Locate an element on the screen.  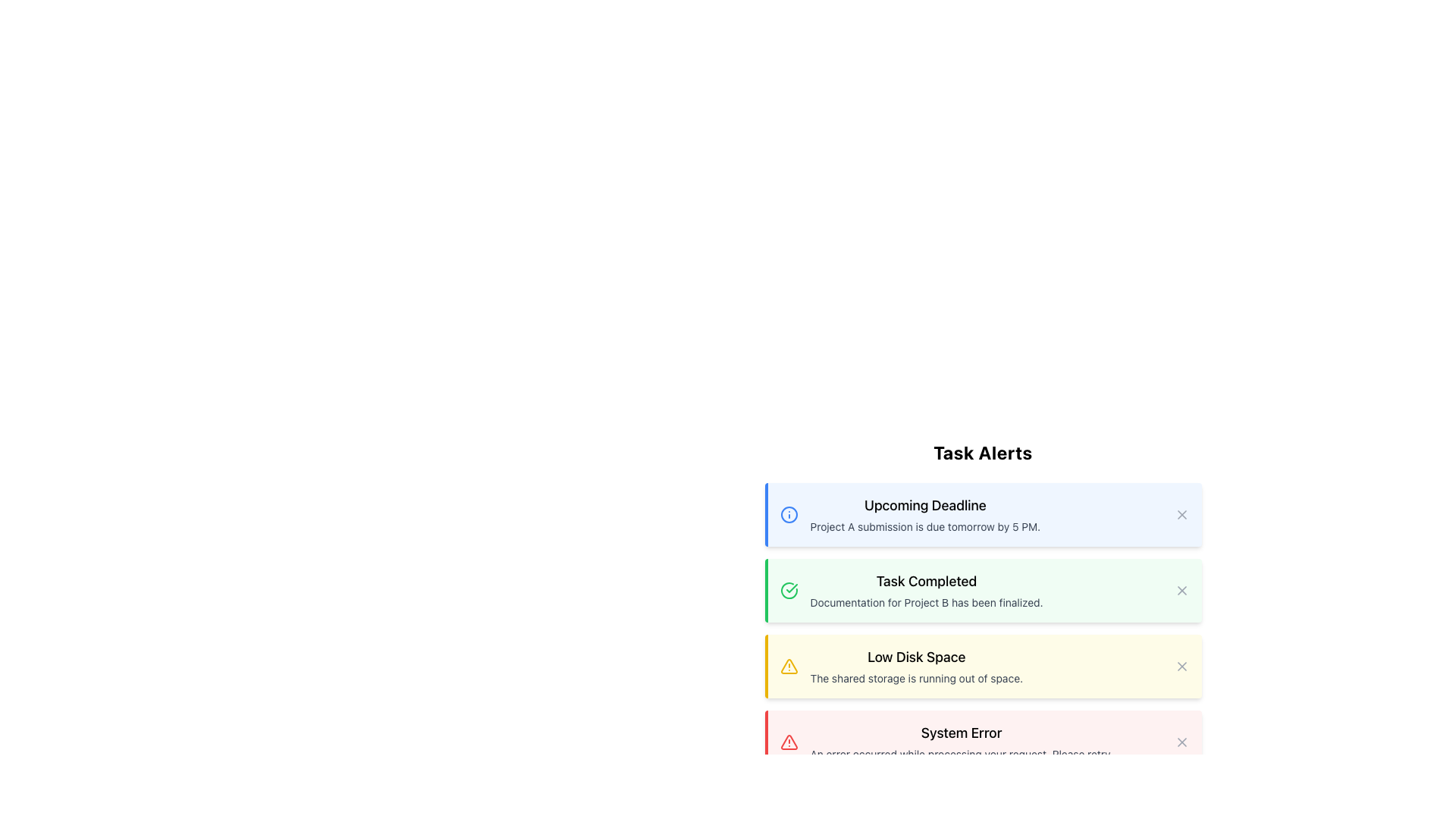
the notification block with a light green background and a bold headline 'Task Completed' is located at coordinates (983, 607).